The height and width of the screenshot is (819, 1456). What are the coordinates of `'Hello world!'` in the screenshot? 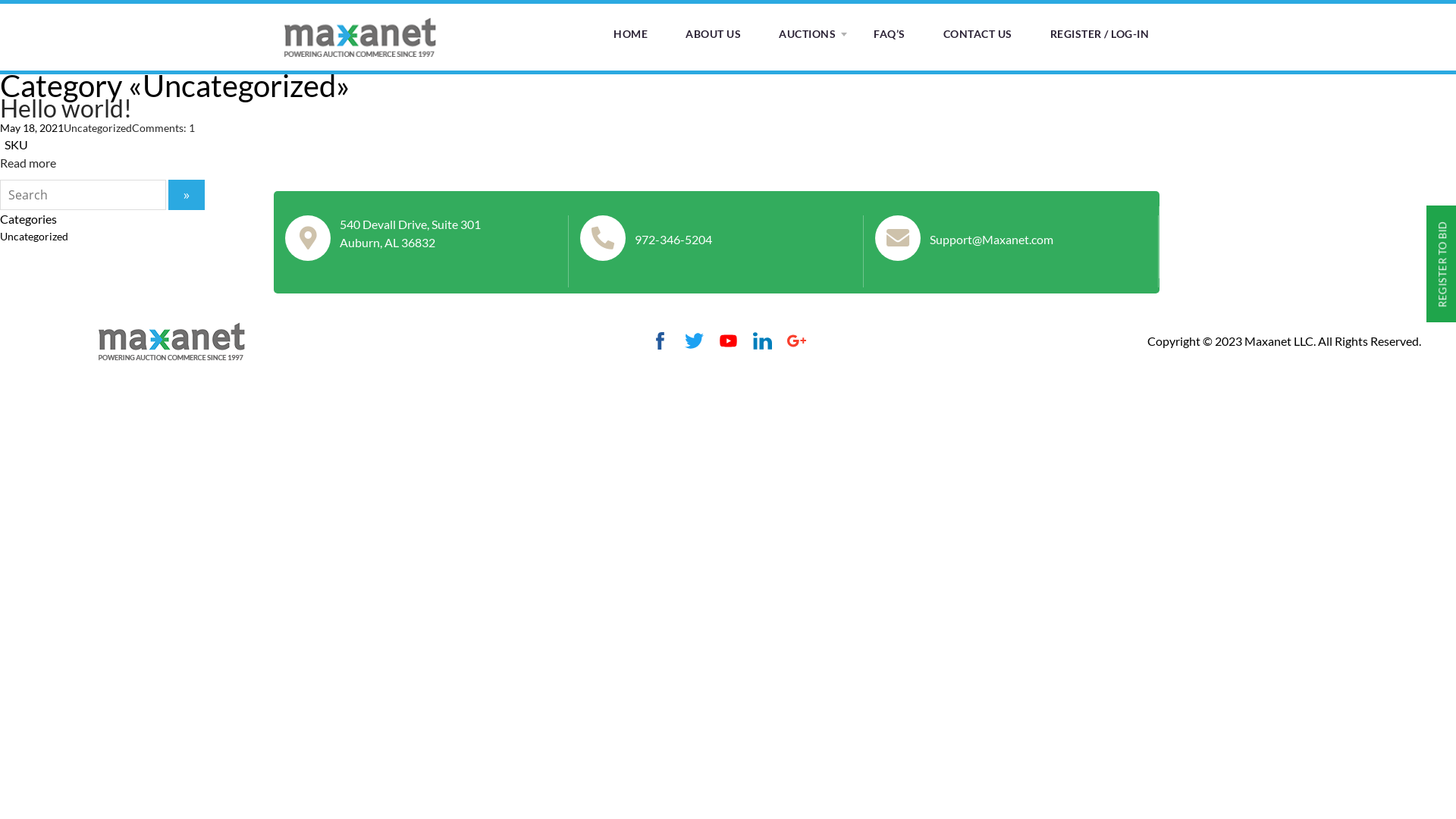 It's located at (64, 107).